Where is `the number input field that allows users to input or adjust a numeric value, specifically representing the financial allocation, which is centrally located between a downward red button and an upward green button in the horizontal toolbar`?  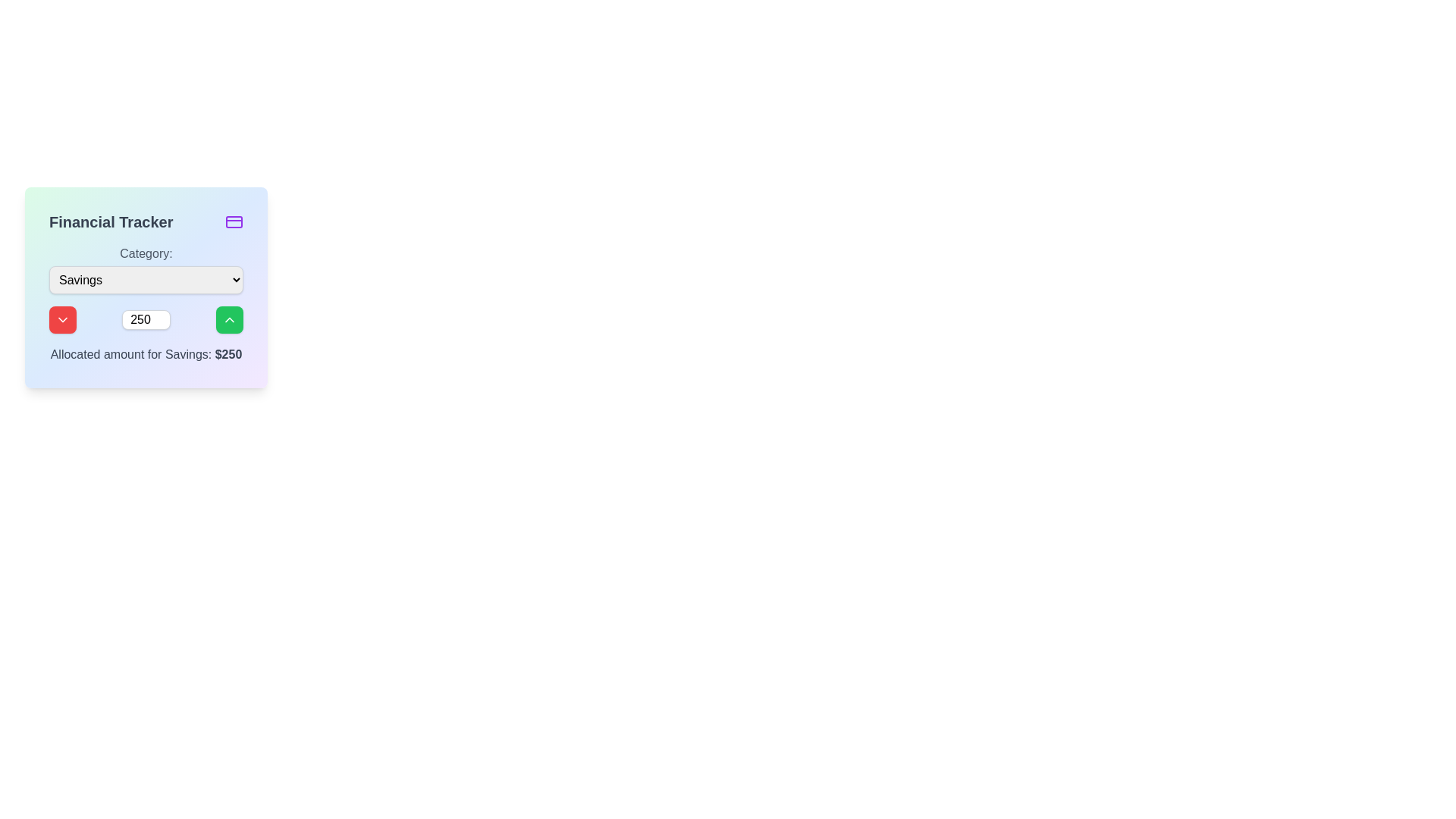 the number input field that allows users to input or adjust a numeric value, specifically representing the financial allocation, which is centrally located between a downward red button and an upward green button in the horizontal toolbar is located at coordinates (146, 318).